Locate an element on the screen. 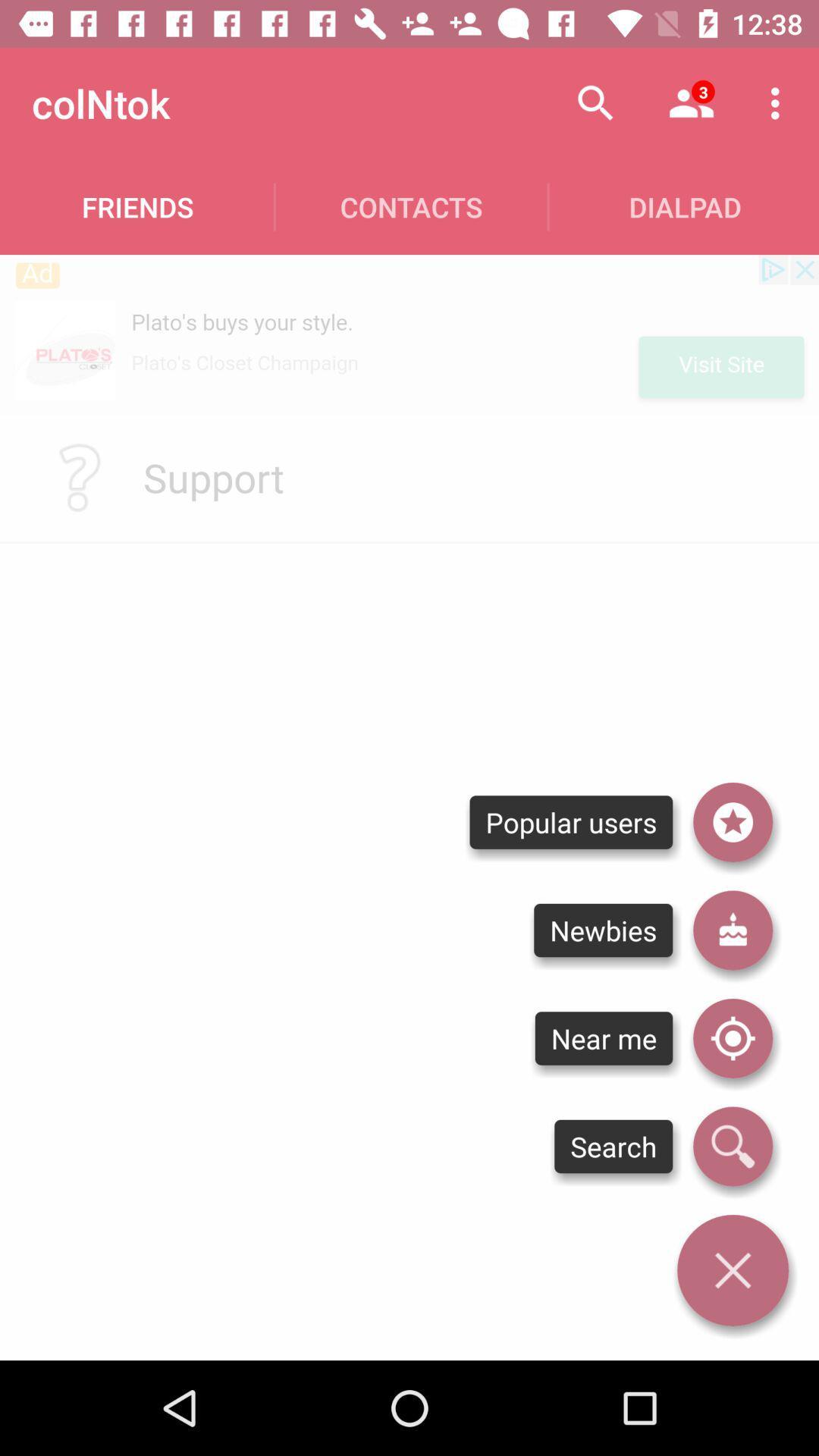 Image resolution: width=819 pixels, height=1456 pixels. search is located at coordinates (732, 1147).